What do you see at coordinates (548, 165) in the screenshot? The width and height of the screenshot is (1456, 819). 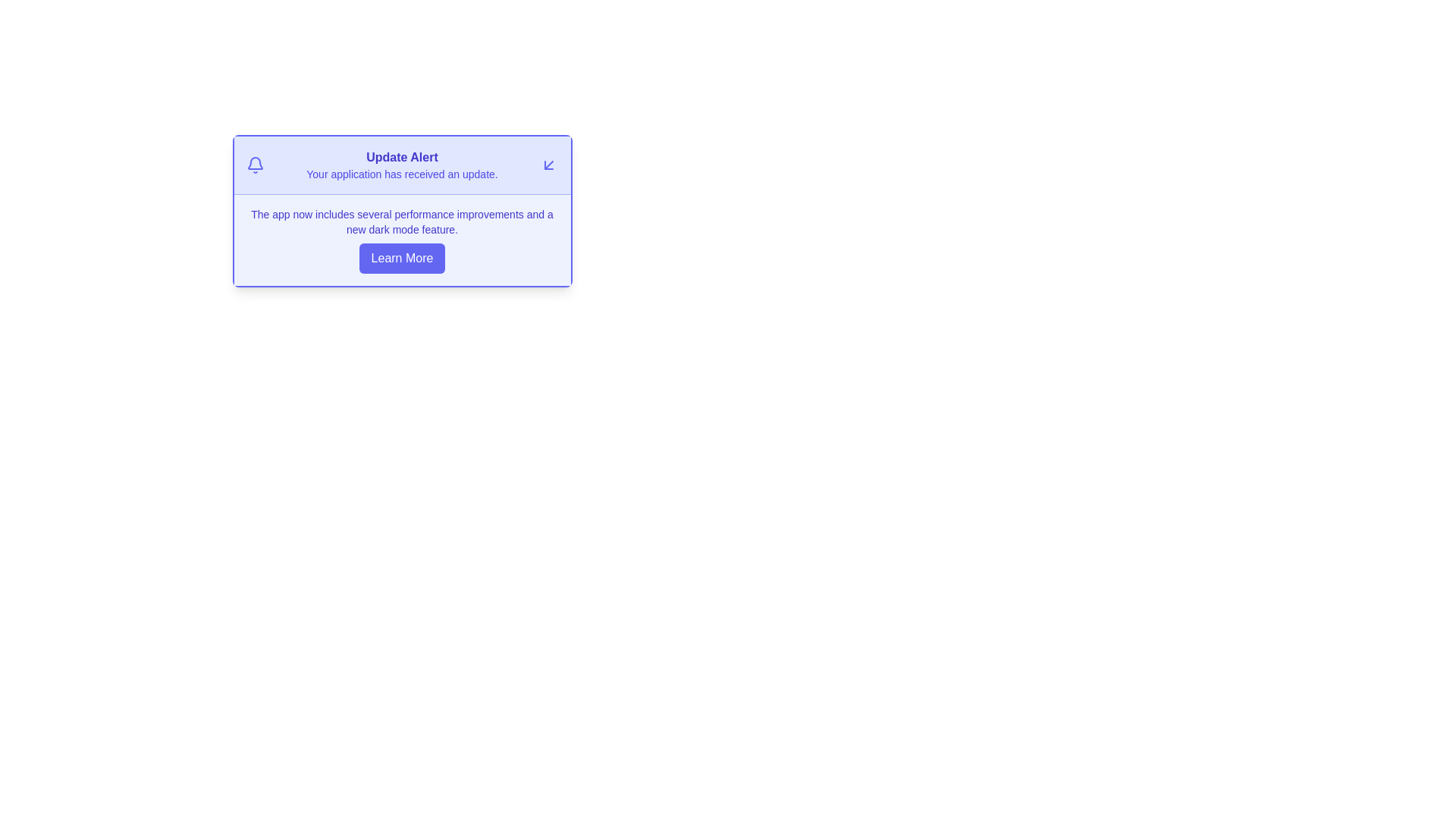 I see `the arrow button to toggle the visibility of the details section` at bounding box center [548, 165].